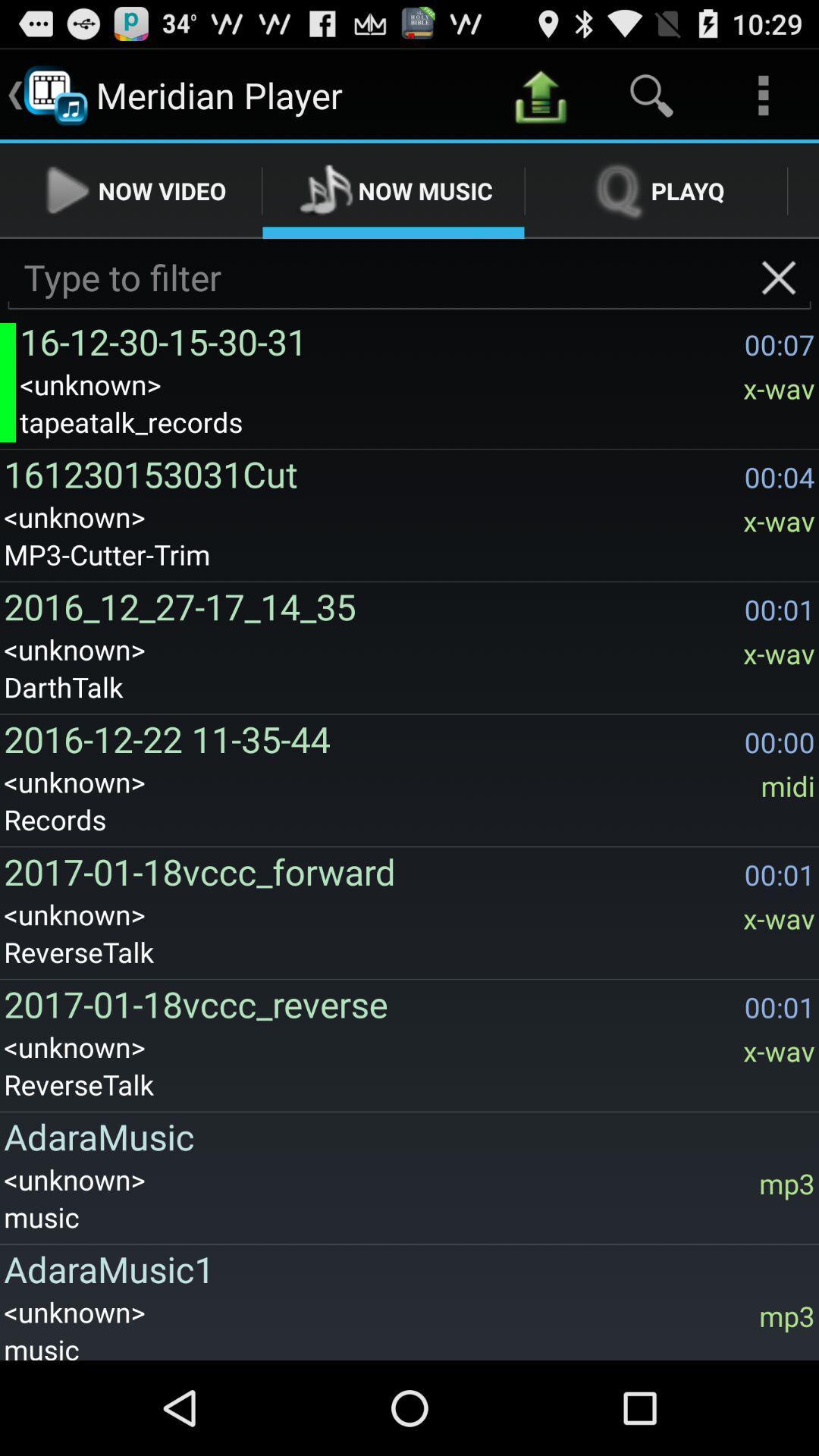 This screenshot has width=819, height=1456. Describe the element at coordinates (404, 1136) in the screenshot. I see `adaramusic app` at that location.